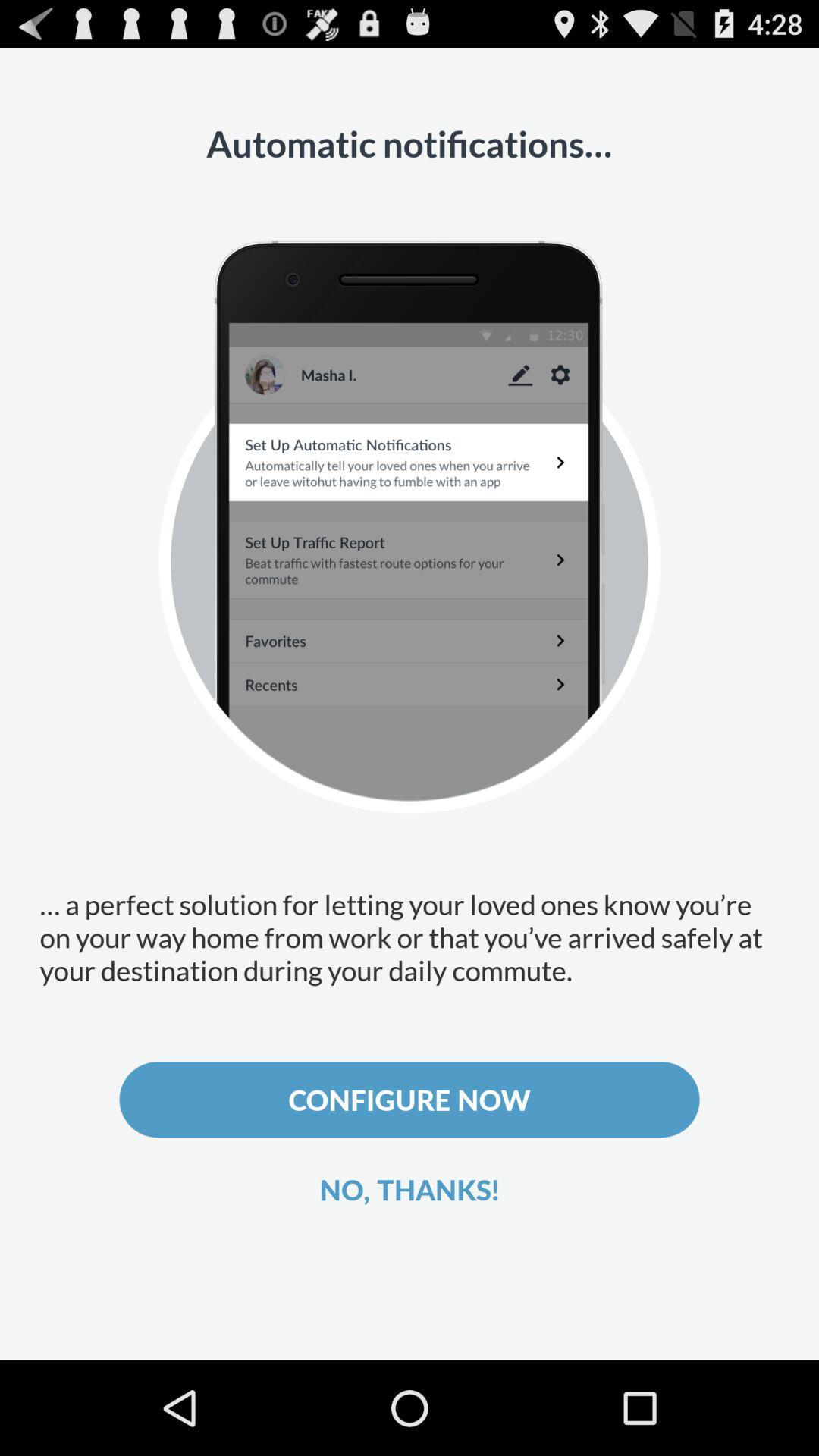 This screenshot has height=1456, width=819. What do you see at coordinates (409, 1100) in the screenshot?
I see `the configure now icon` at bounding box center [409, 1100].